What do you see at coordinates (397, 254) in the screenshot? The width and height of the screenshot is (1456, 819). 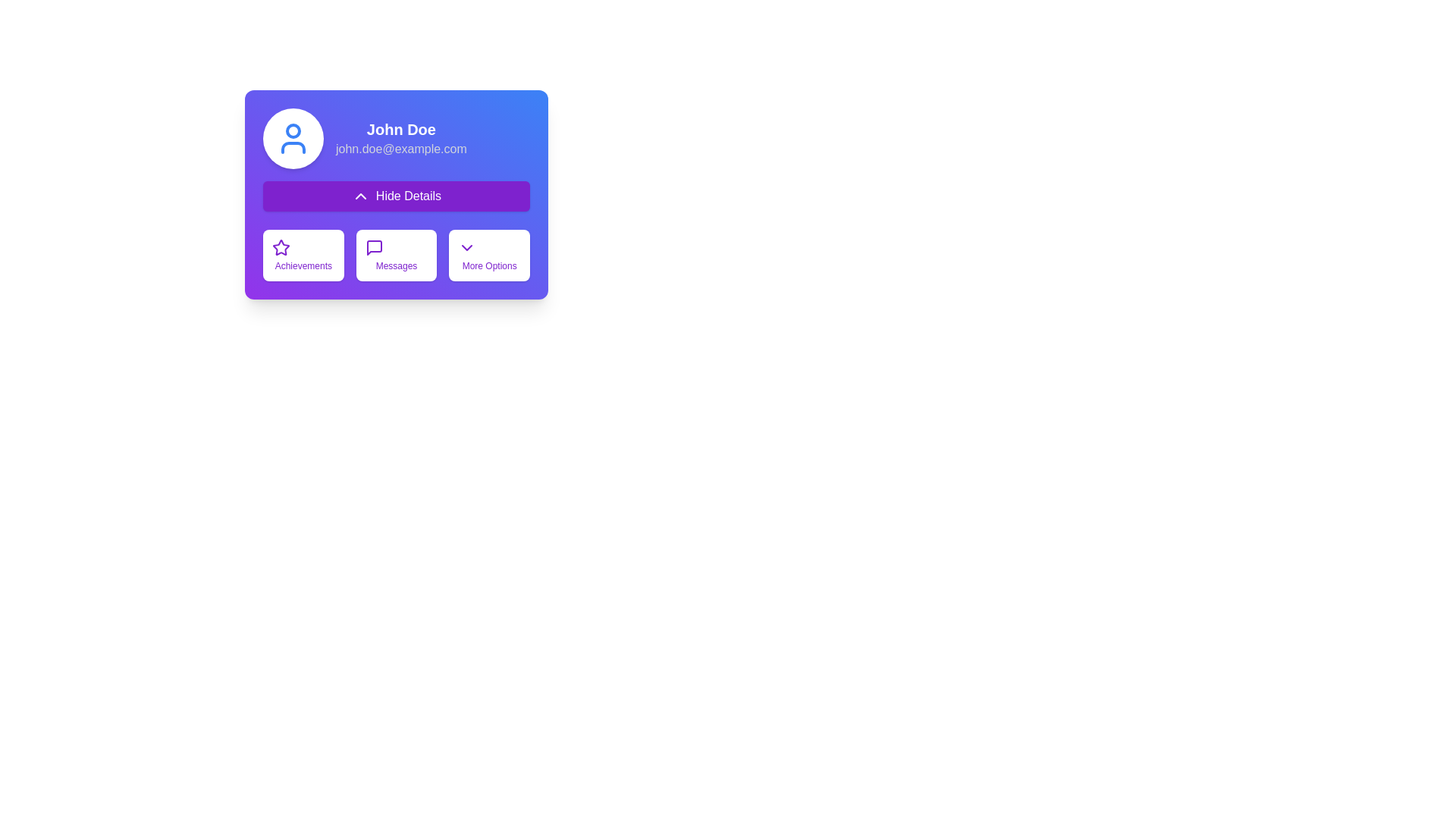 I see `the 'Messages' button` at bounding box center [397, 254].